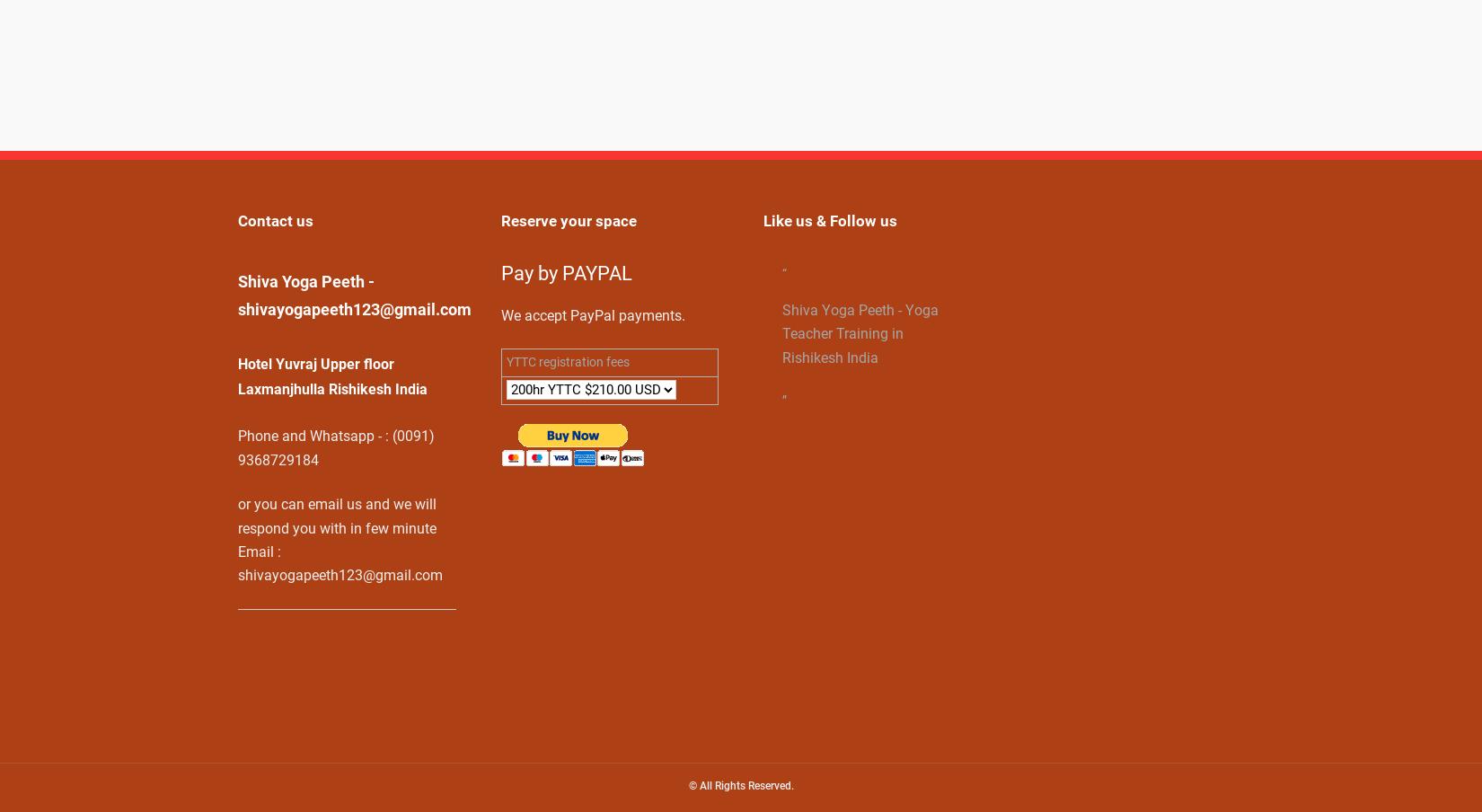 The width and height of the screenshot is (1482, 812). Describe the element at coordinates (336, 447) in the screenshot. I see `'Phone and Whatsapp - : (0091) 9368729184'` at that location.